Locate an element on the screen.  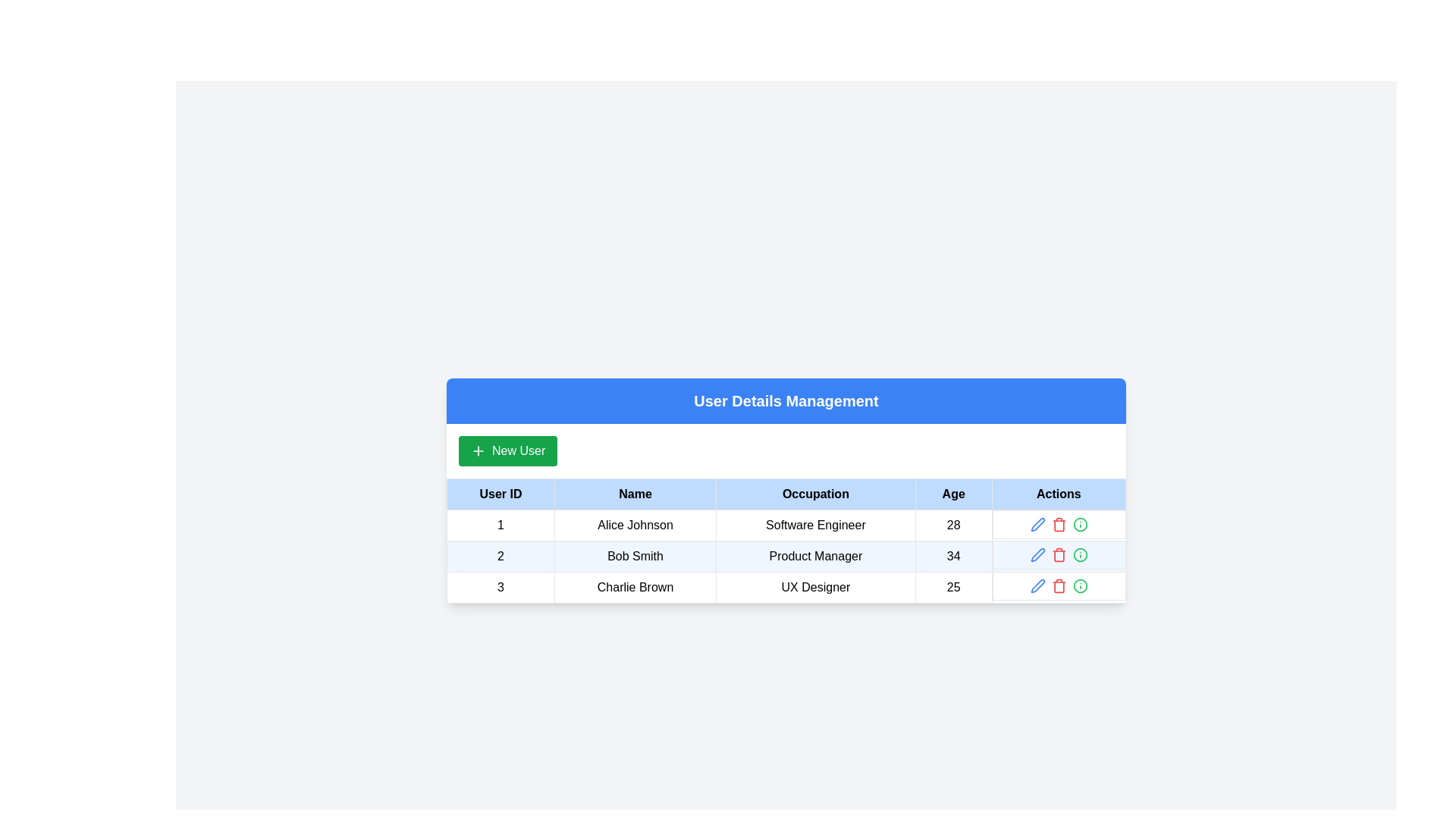
the circular element with a green stroke that is part of the 'info' icon in the user management table's third row is located at coordinates (1079, 585).